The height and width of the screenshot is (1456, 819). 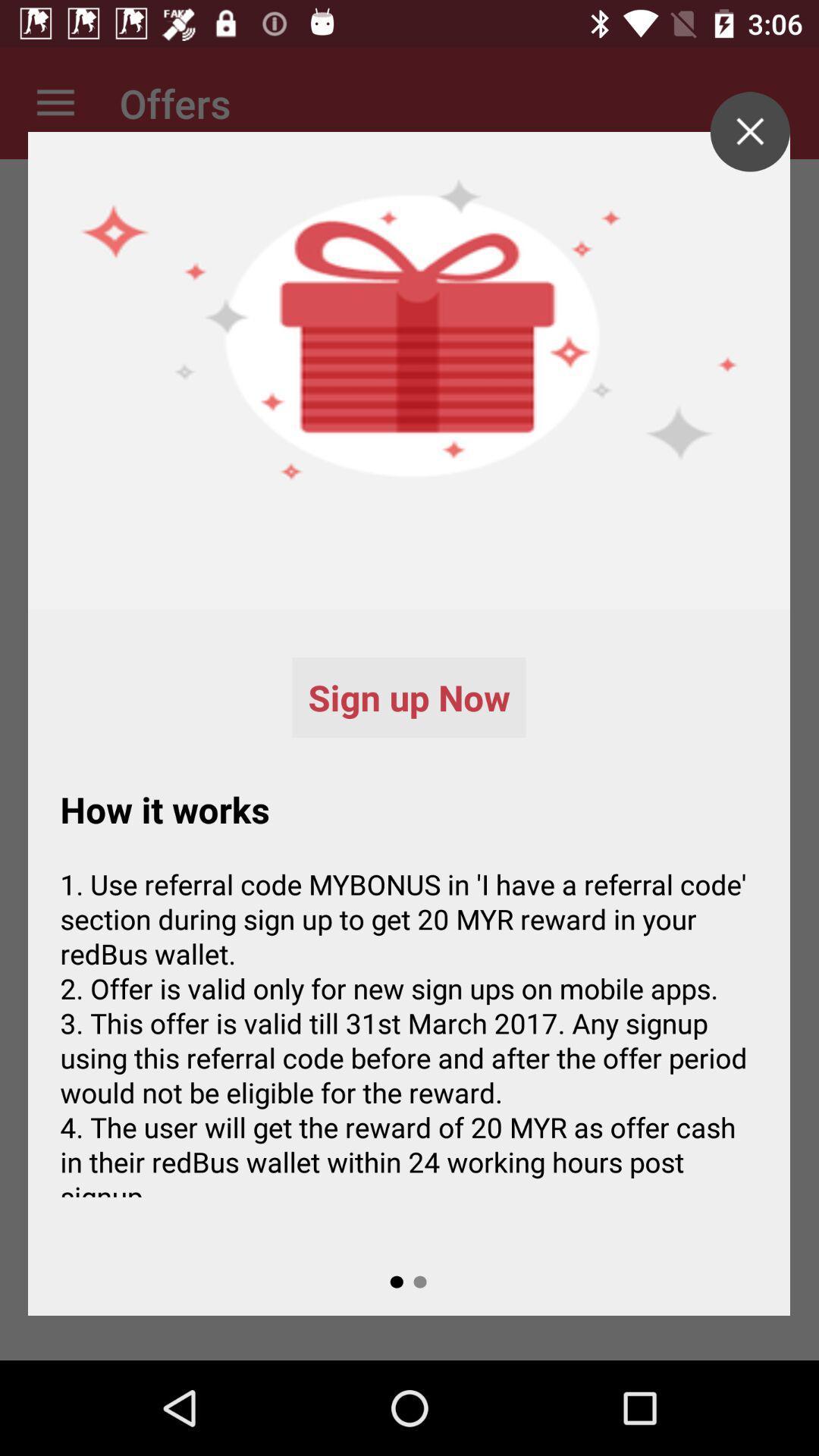 I want to click on item above the 1 use referral, so click(x=749, y=131).